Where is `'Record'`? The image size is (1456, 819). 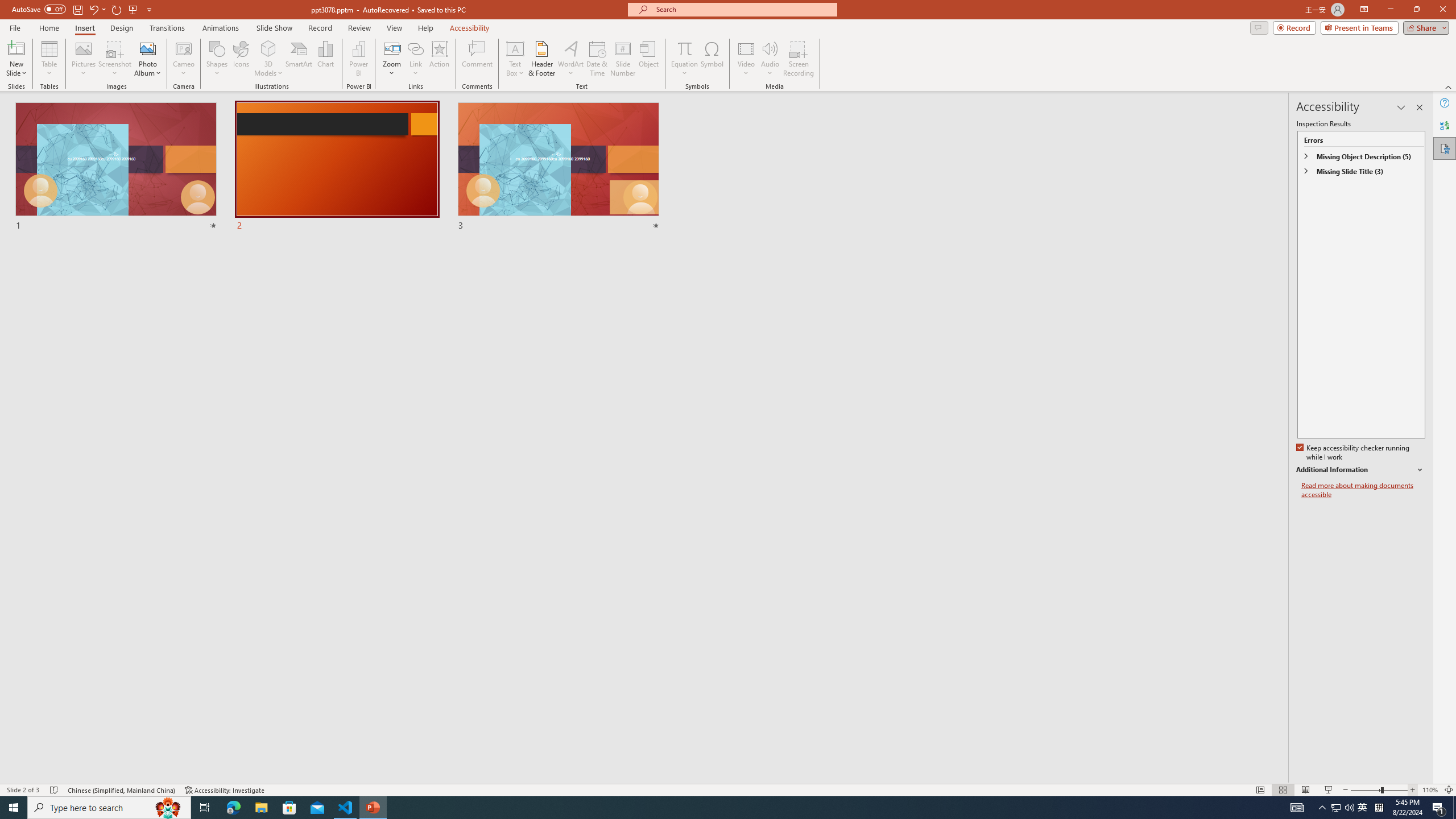 'Record' is located at coordinates (1293, 27).